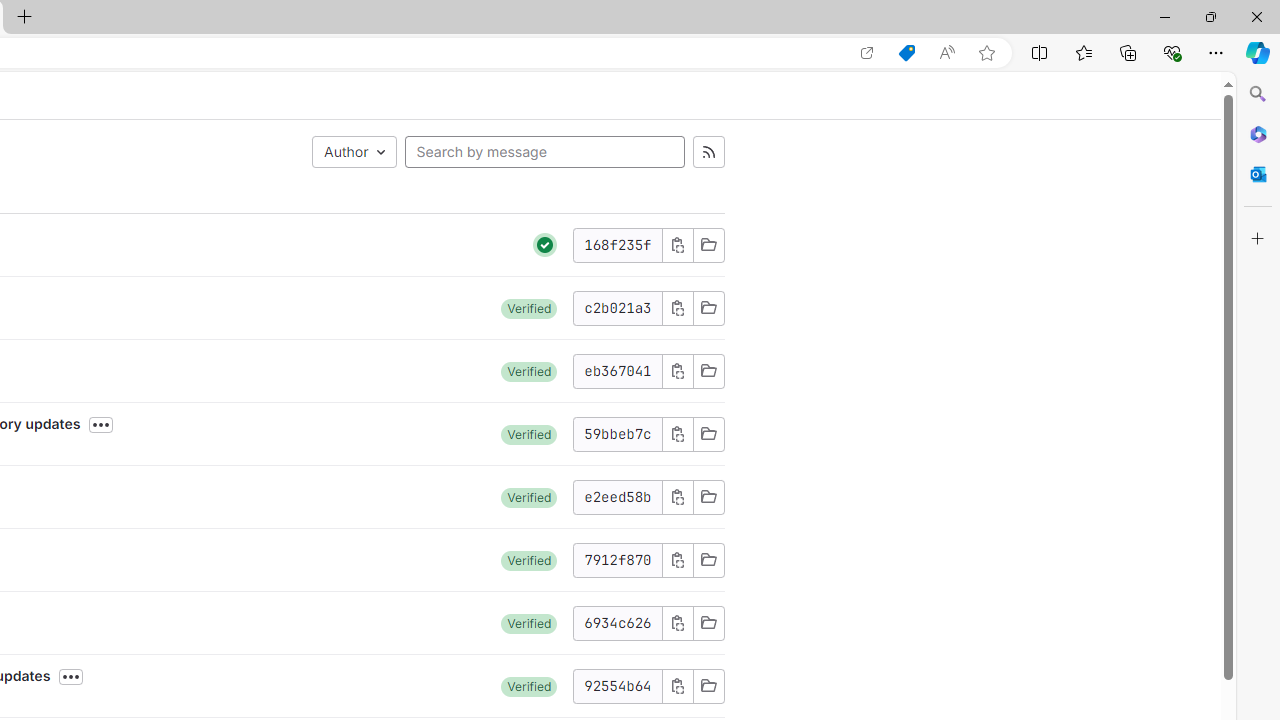 This screenshot has width=1280, height=720. What do you see at coordinates (545, 244) in the screenshot?
I see `'Pipeline: passed'` at bounding box center [545, 244].